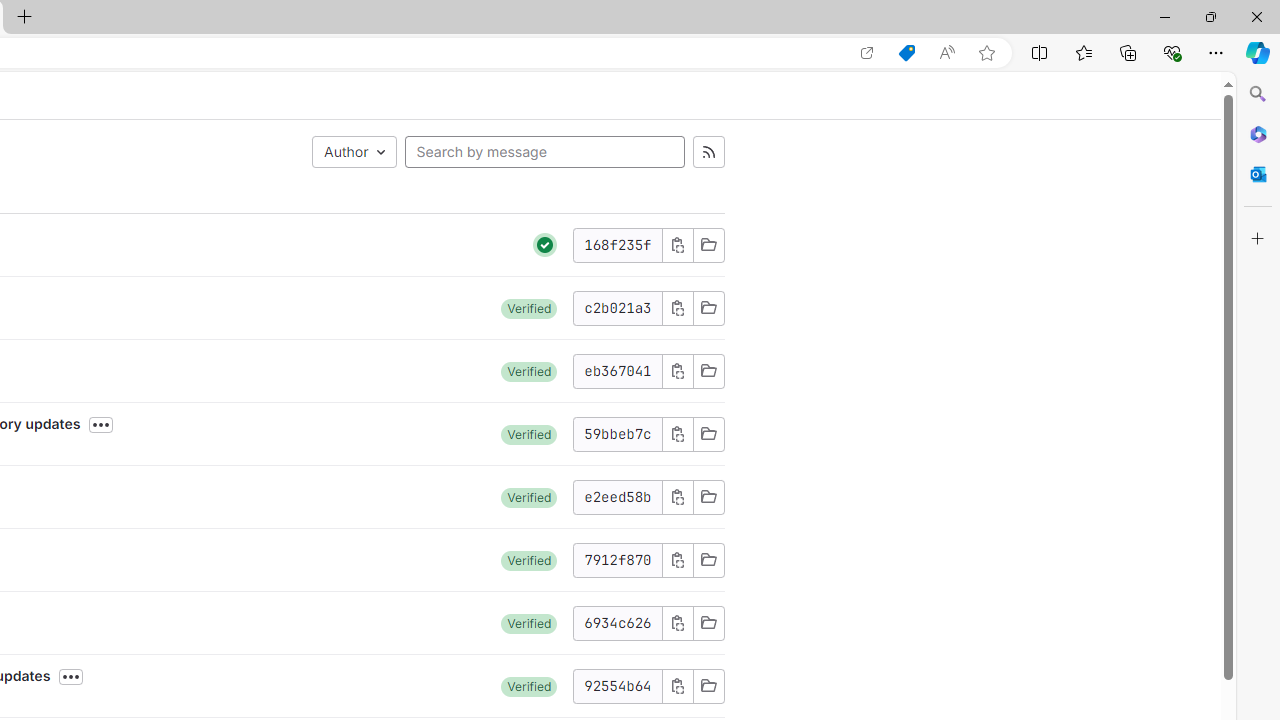 This screenshot has width=1280, height=720. What do you see at coordinates (545, 244) in the screenshot?
I see `'Pipeline: passed'` at bounding box center [545, 244].